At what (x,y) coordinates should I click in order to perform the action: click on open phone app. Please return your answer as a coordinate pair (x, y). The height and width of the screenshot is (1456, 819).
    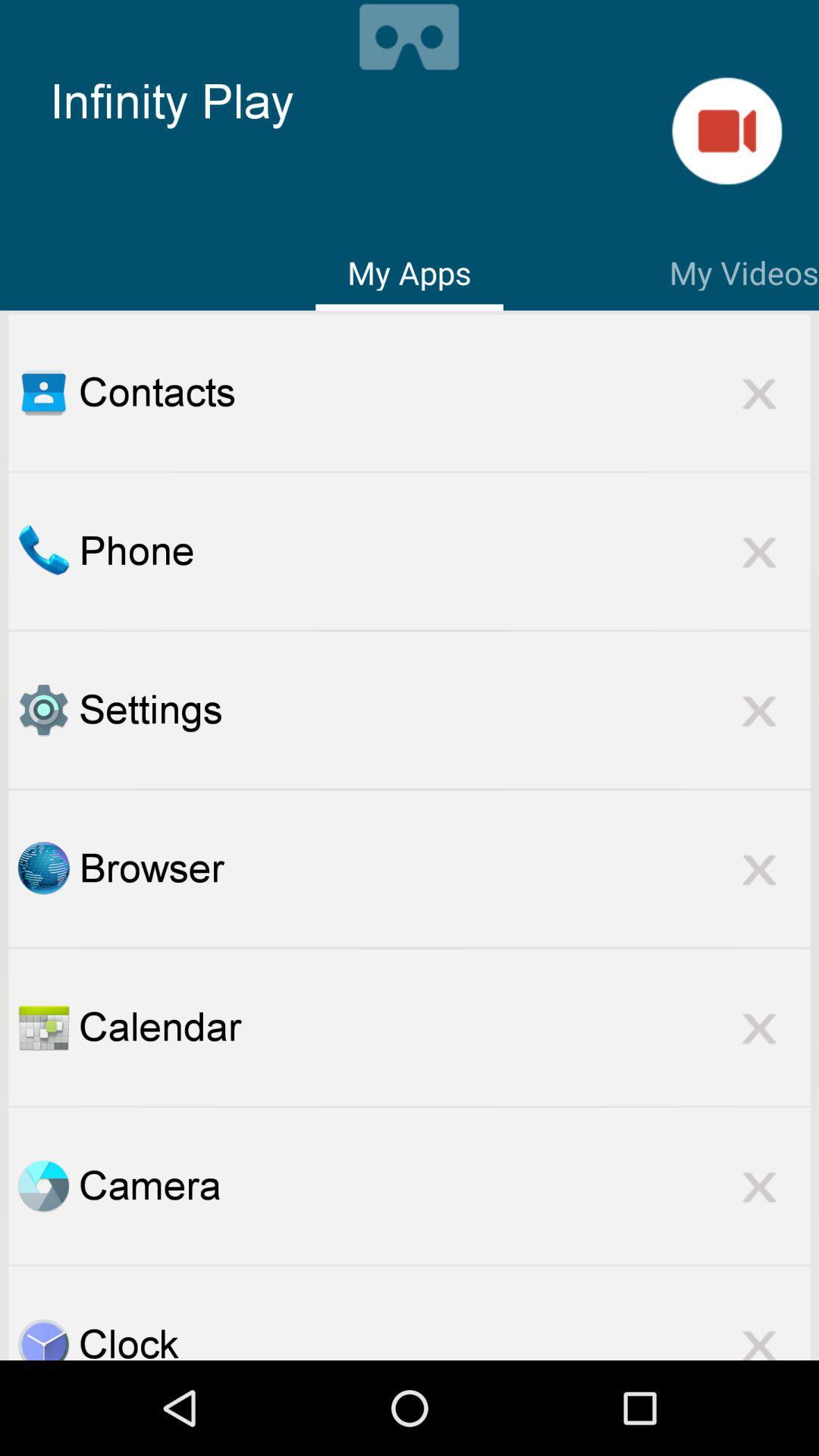
    Looking at the image, I should click on (42, 550).